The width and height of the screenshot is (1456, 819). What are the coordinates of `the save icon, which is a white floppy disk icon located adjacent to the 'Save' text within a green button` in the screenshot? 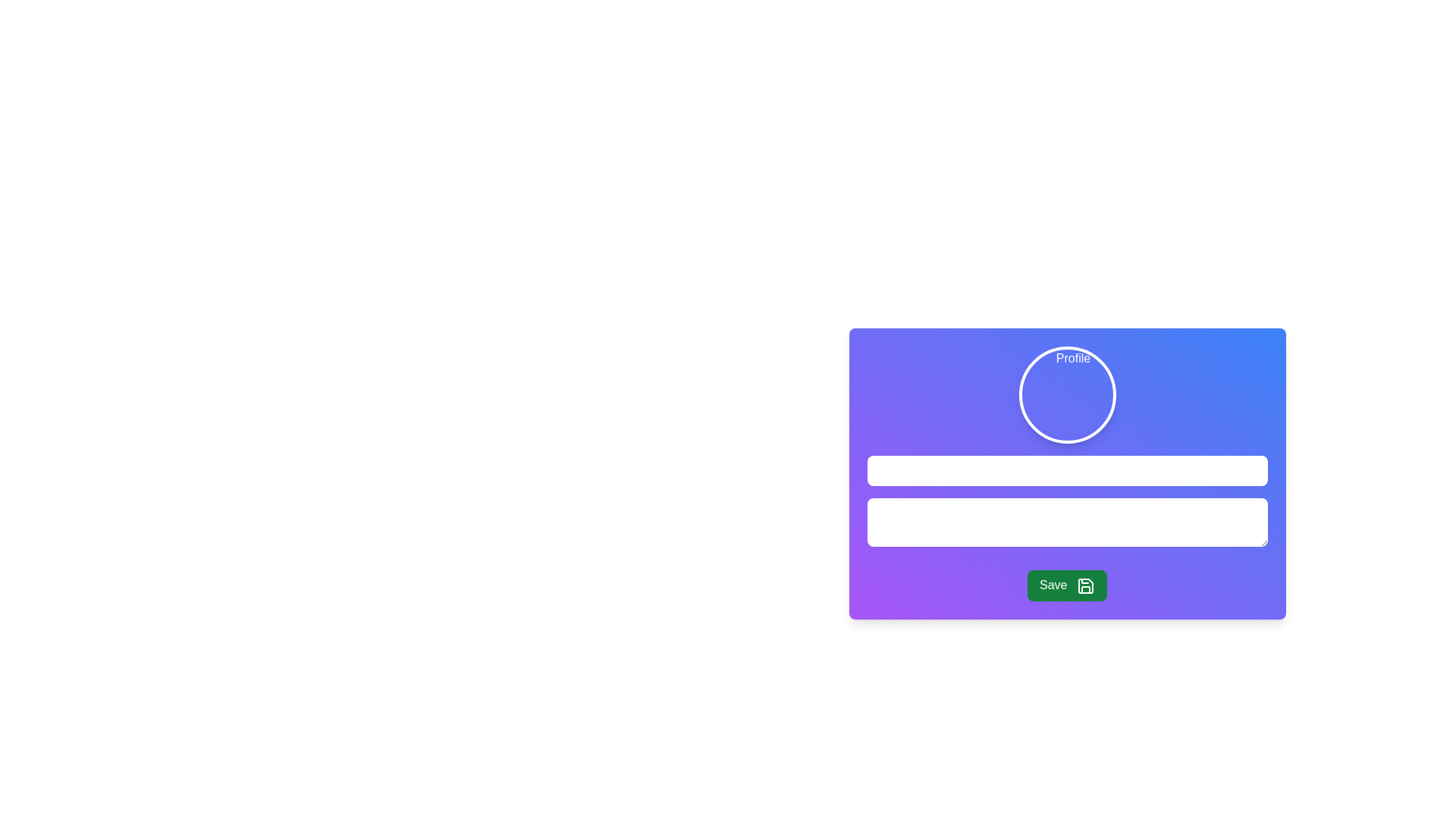 It's located at (1084, 585).